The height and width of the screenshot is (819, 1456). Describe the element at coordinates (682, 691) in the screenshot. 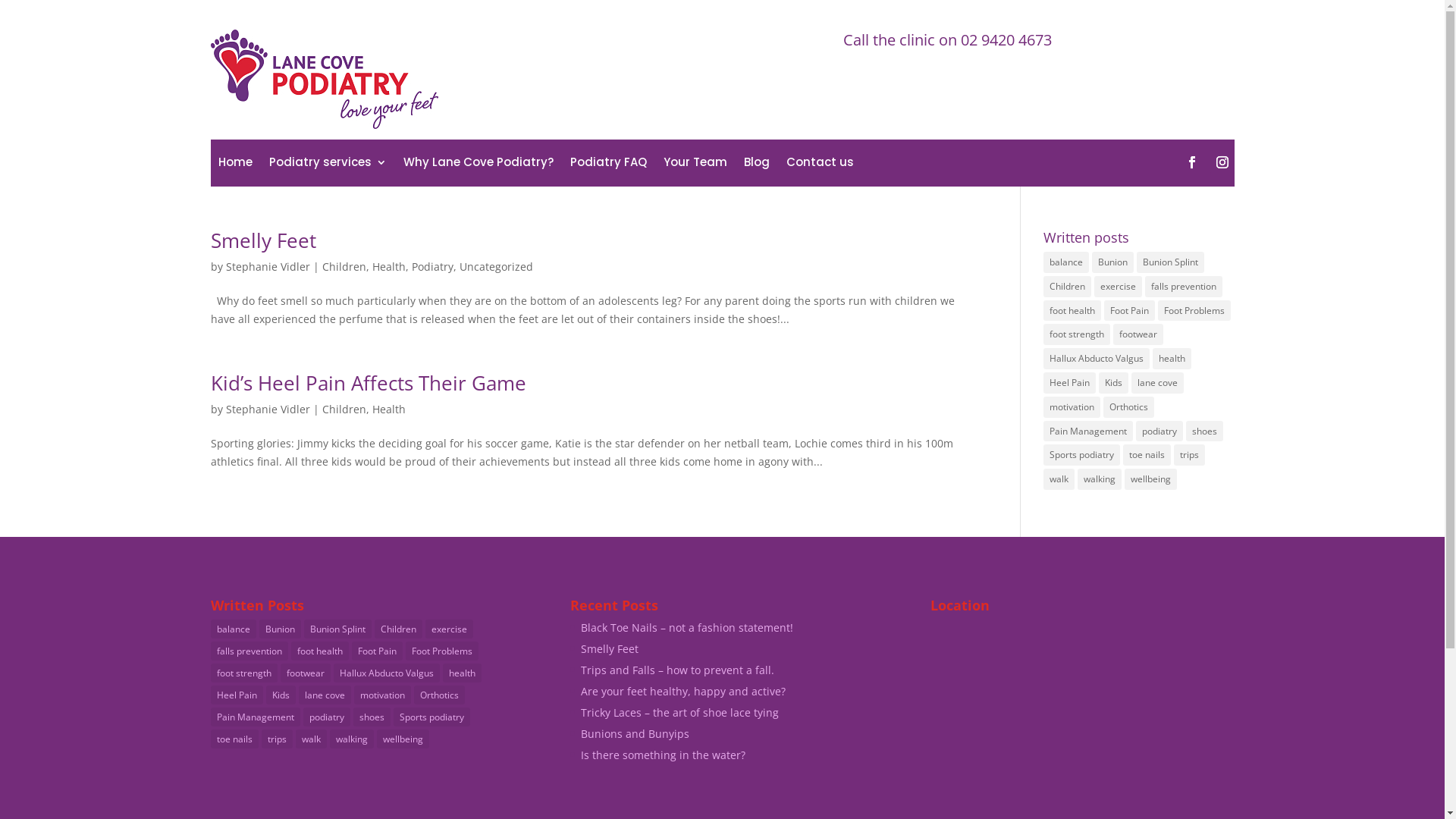

I see `'Are your feet healthy, happy and active?'` at that location.